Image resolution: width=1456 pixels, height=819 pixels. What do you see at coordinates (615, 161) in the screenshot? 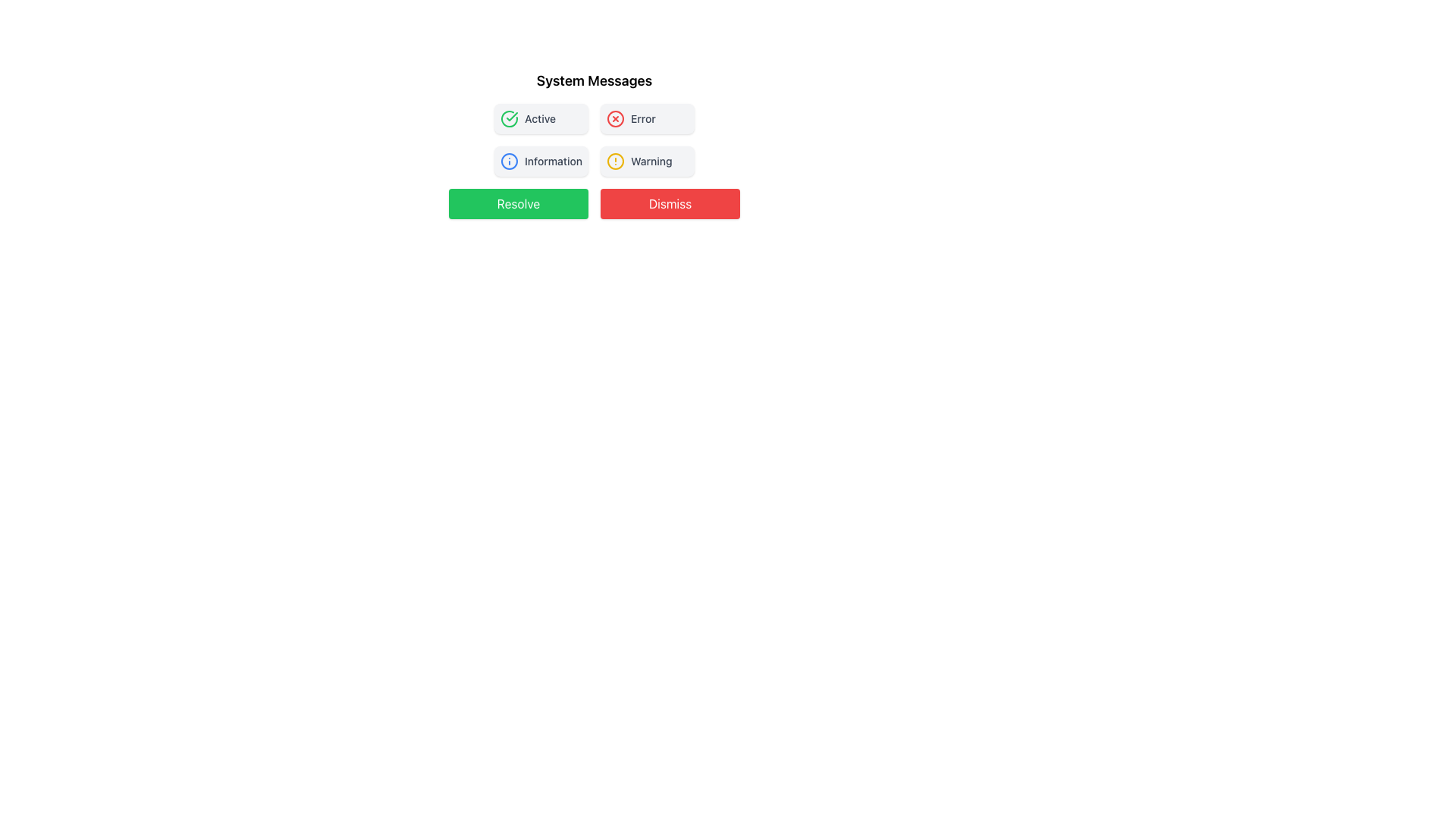
I see `the warning icon that signifies a warning or alert state, located to the left of the text label 'Warning' in a horizontally aligned group` at bounding box center [615, 161].